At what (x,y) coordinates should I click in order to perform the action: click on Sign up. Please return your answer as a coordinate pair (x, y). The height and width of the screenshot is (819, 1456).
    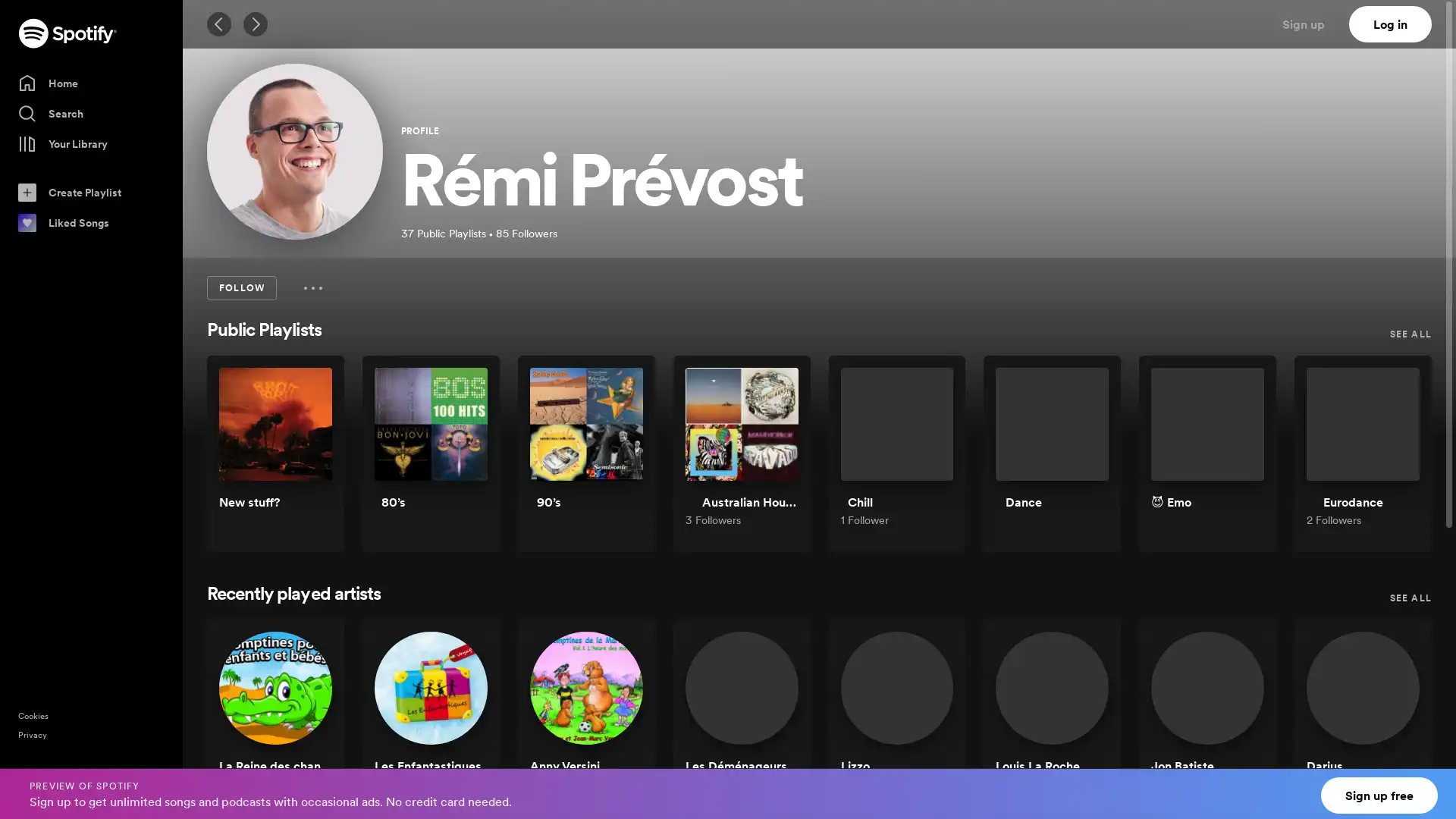
    Looking at the image, I should click on (1312, 24).